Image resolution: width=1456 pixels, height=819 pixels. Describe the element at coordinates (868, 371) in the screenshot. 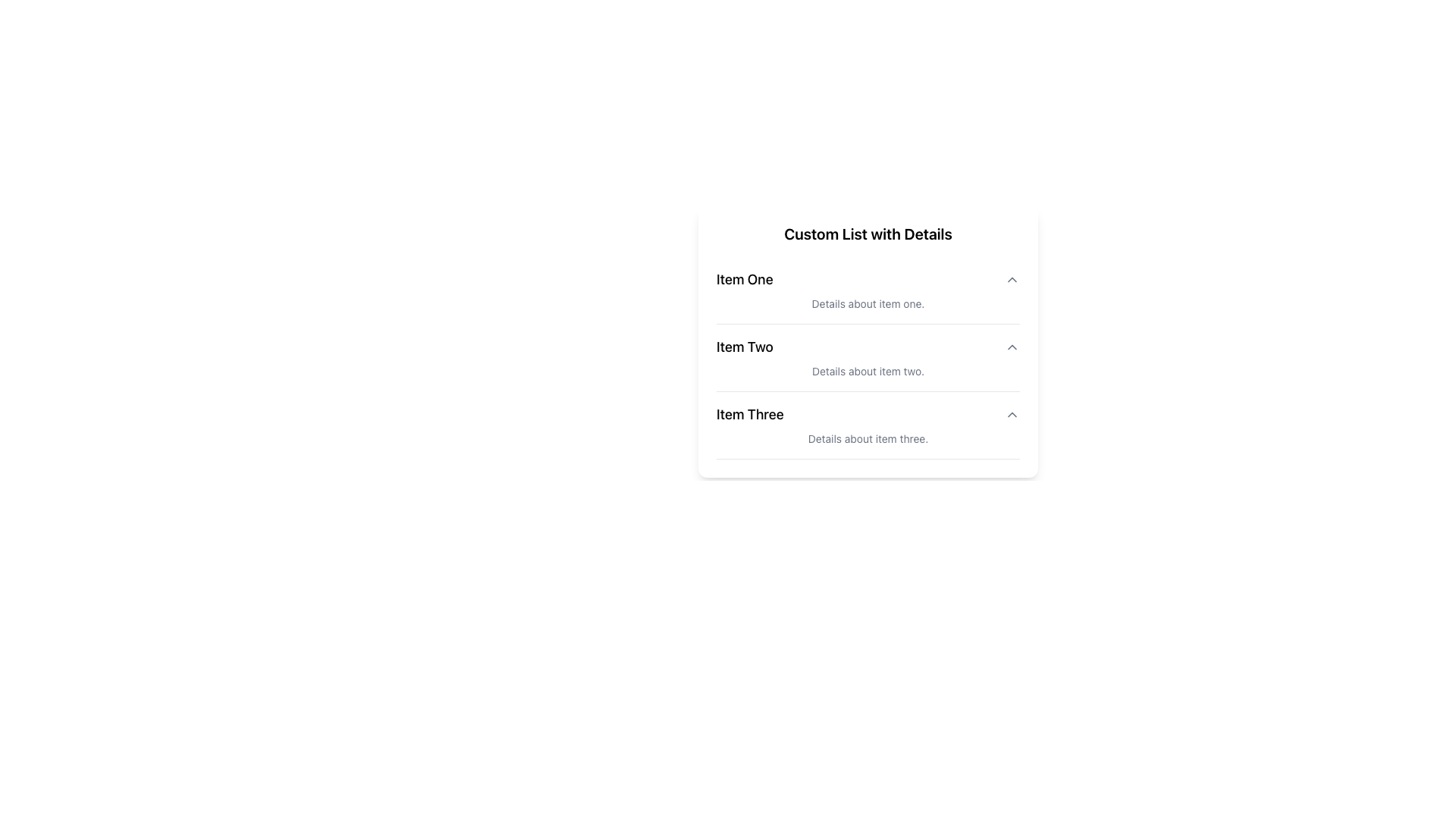

I see `the static text reading 'Details about item two.' which is styled with a small font size and light gray color, located beneath the bold text 'Item Two'` at that location.